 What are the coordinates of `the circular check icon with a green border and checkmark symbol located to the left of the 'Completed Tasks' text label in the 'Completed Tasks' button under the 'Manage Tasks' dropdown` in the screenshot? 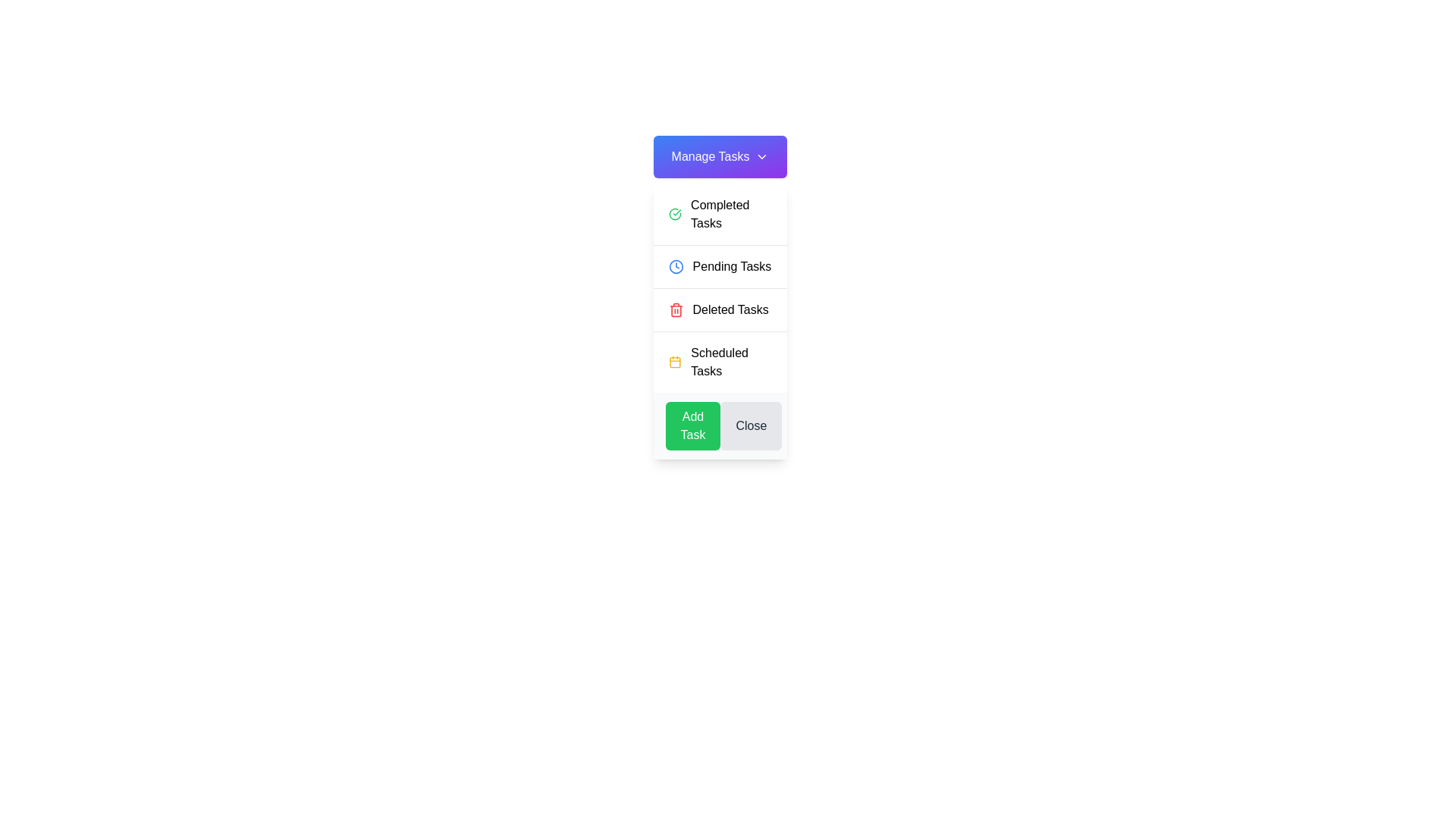 It's located at (674, 214).